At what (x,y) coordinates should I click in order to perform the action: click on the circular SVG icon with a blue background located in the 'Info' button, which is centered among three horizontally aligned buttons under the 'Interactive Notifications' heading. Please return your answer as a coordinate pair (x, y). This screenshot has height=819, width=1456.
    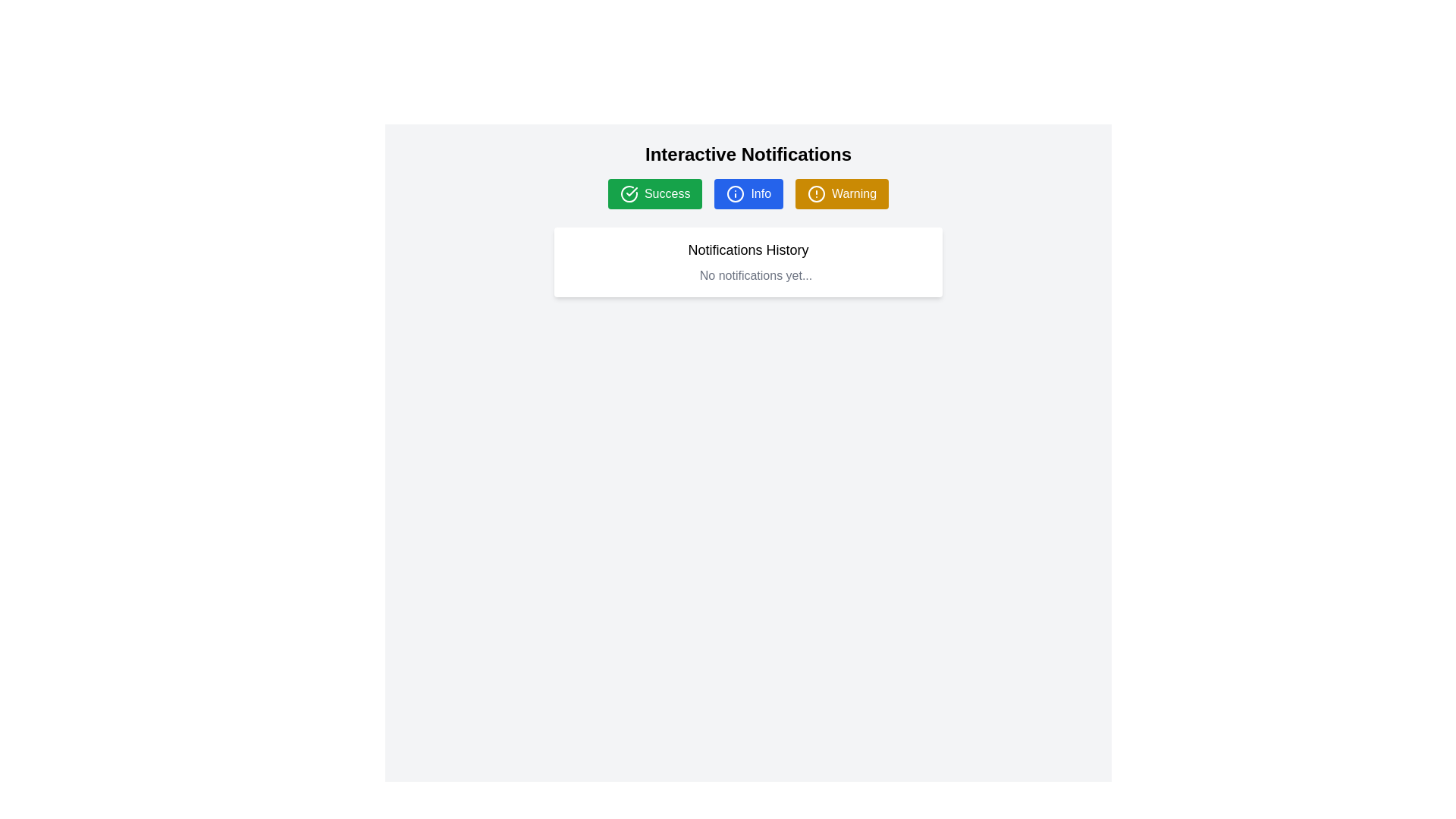
    Looking at the image, I should click on (736, 193).